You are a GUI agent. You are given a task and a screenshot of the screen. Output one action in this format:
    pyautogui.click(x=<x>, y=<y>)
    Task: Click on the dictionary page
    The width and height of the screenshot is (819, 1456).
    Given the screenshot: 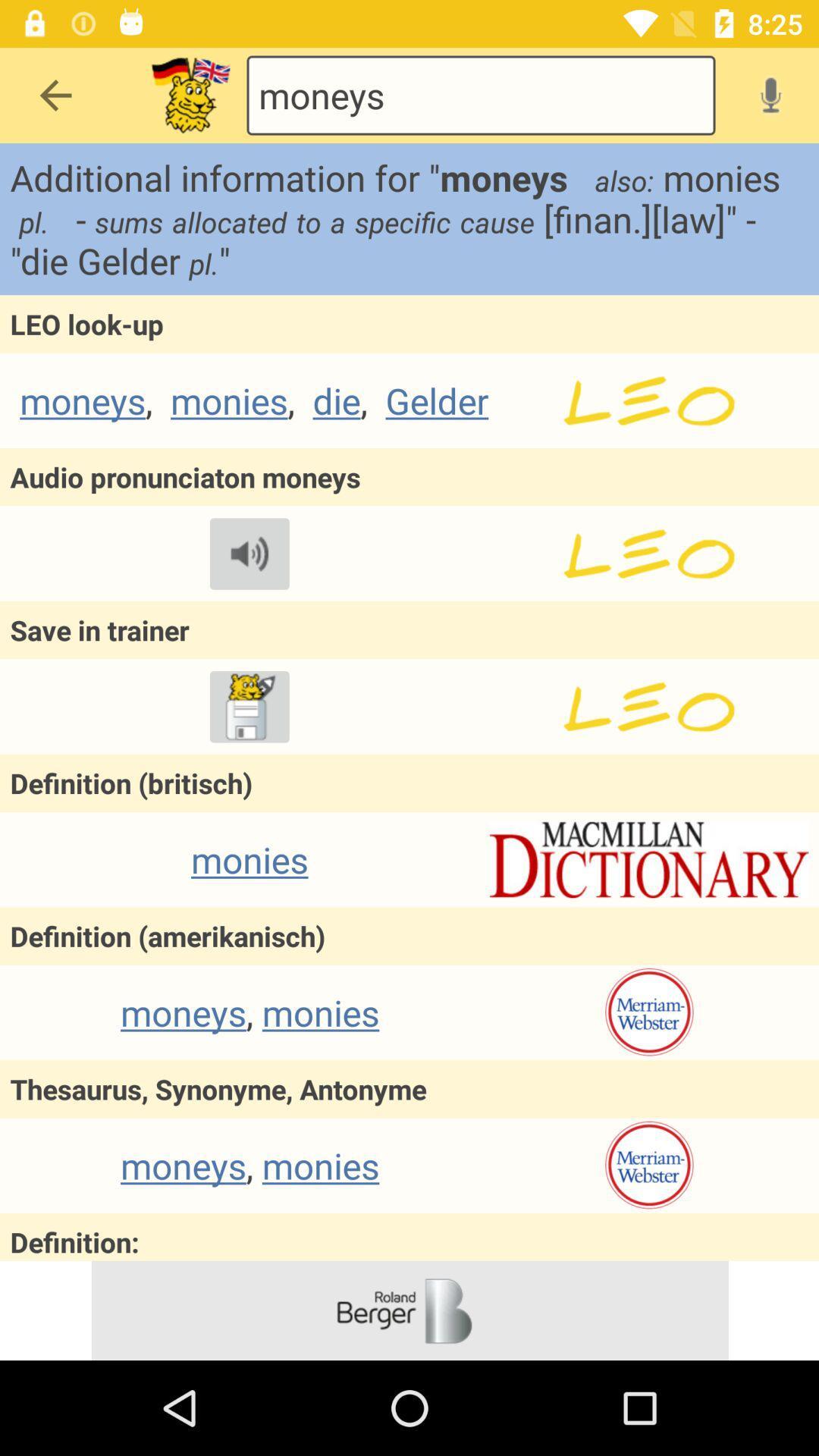 What is the action you would take?
    pyautogui.click(x=648, y=859)
    